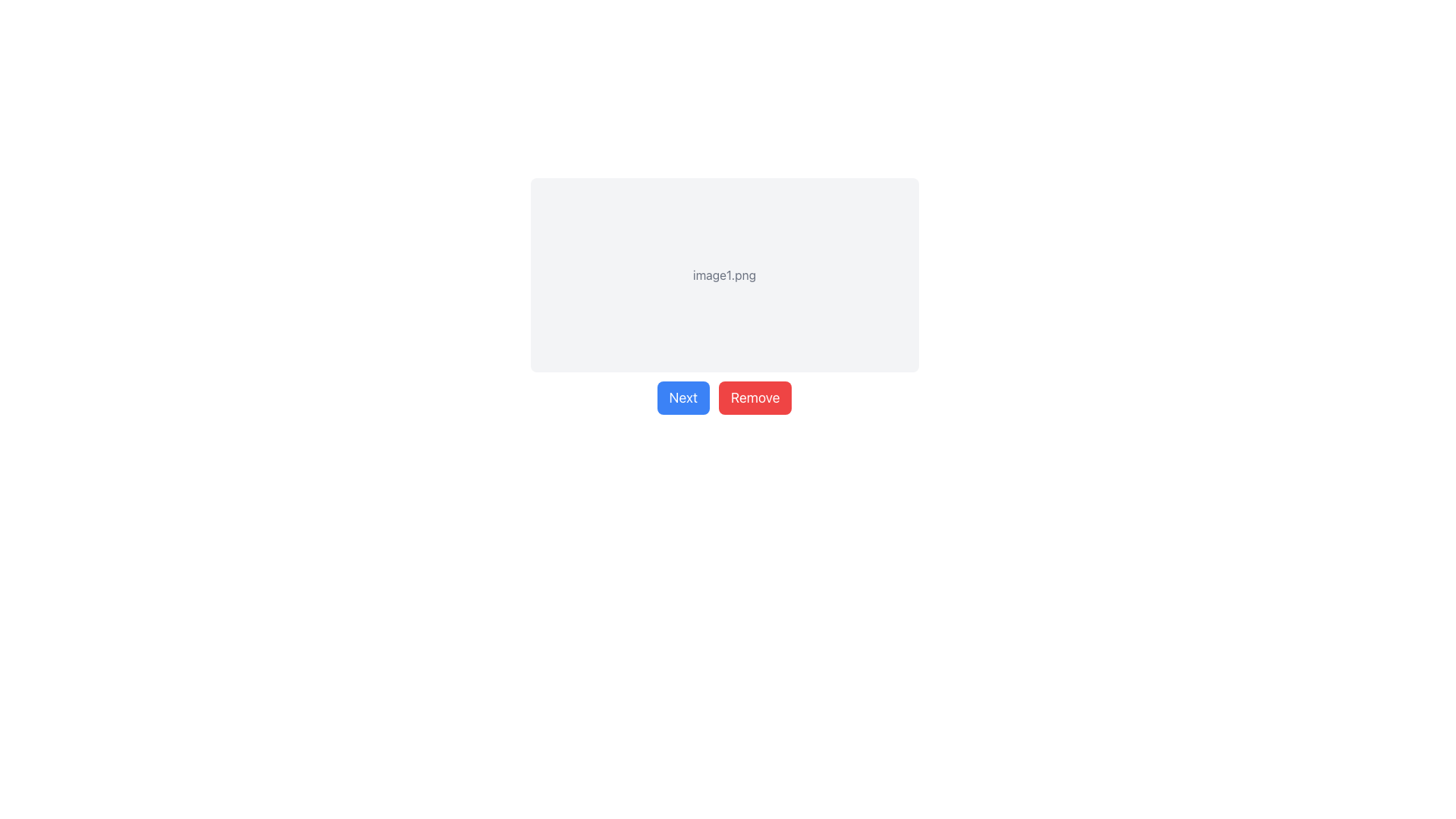 This screenshot has width=1456, height=819. I want to click on the 'Remove' button, which is a rectangular button with rounded corners, red background, and white bold text, so click(755, 397).